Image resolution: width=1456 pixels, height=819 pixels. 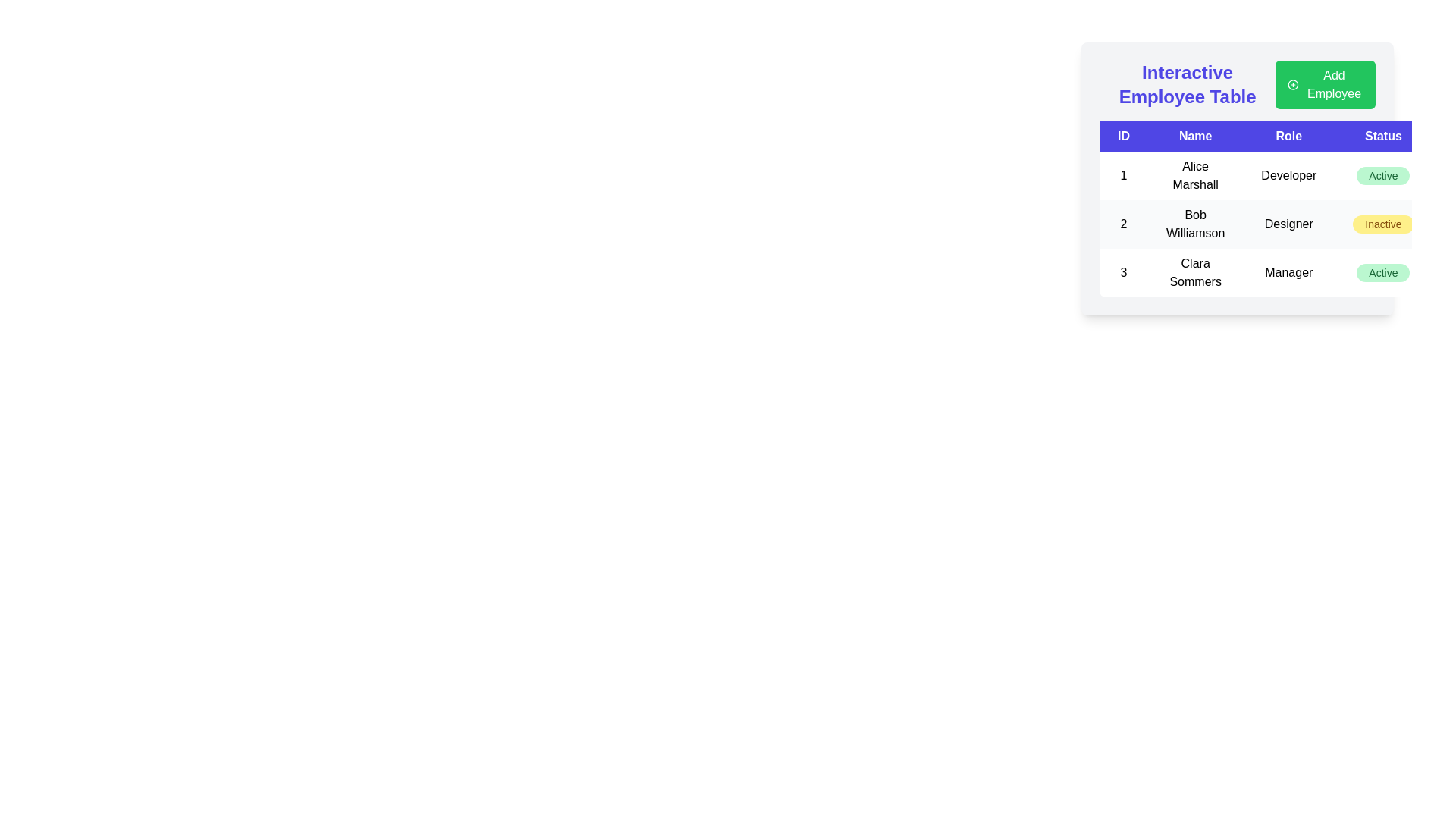 What do you see at coordinates (1124, 224) in the screenshot?
I see `the static table cell containing the ID number for 'Bob Williamson' to focus on this entry` at bounding box center [1124, 224].